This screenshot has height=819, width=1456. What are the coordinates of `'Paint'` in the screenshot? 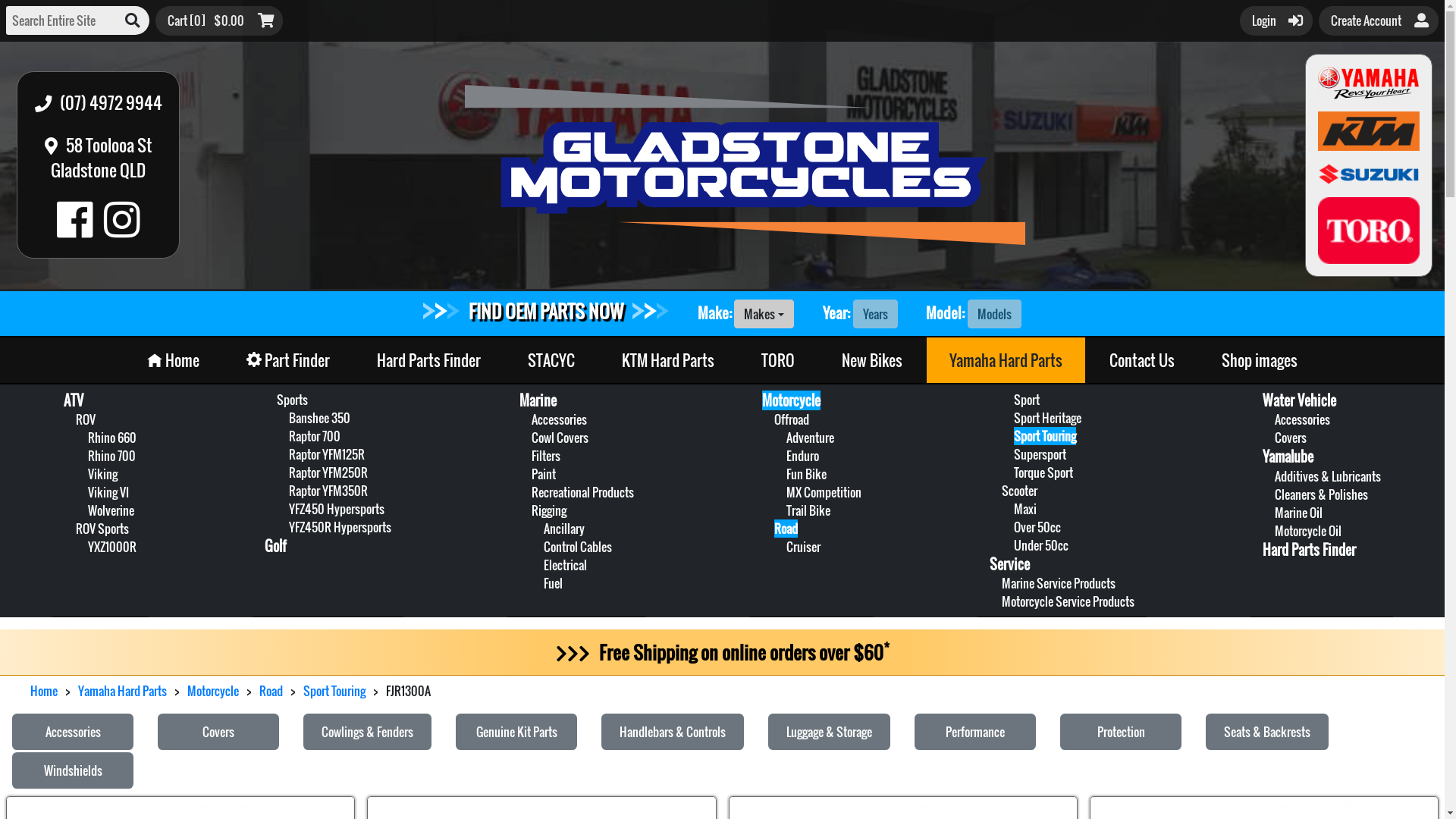 It's located at (543, 472).